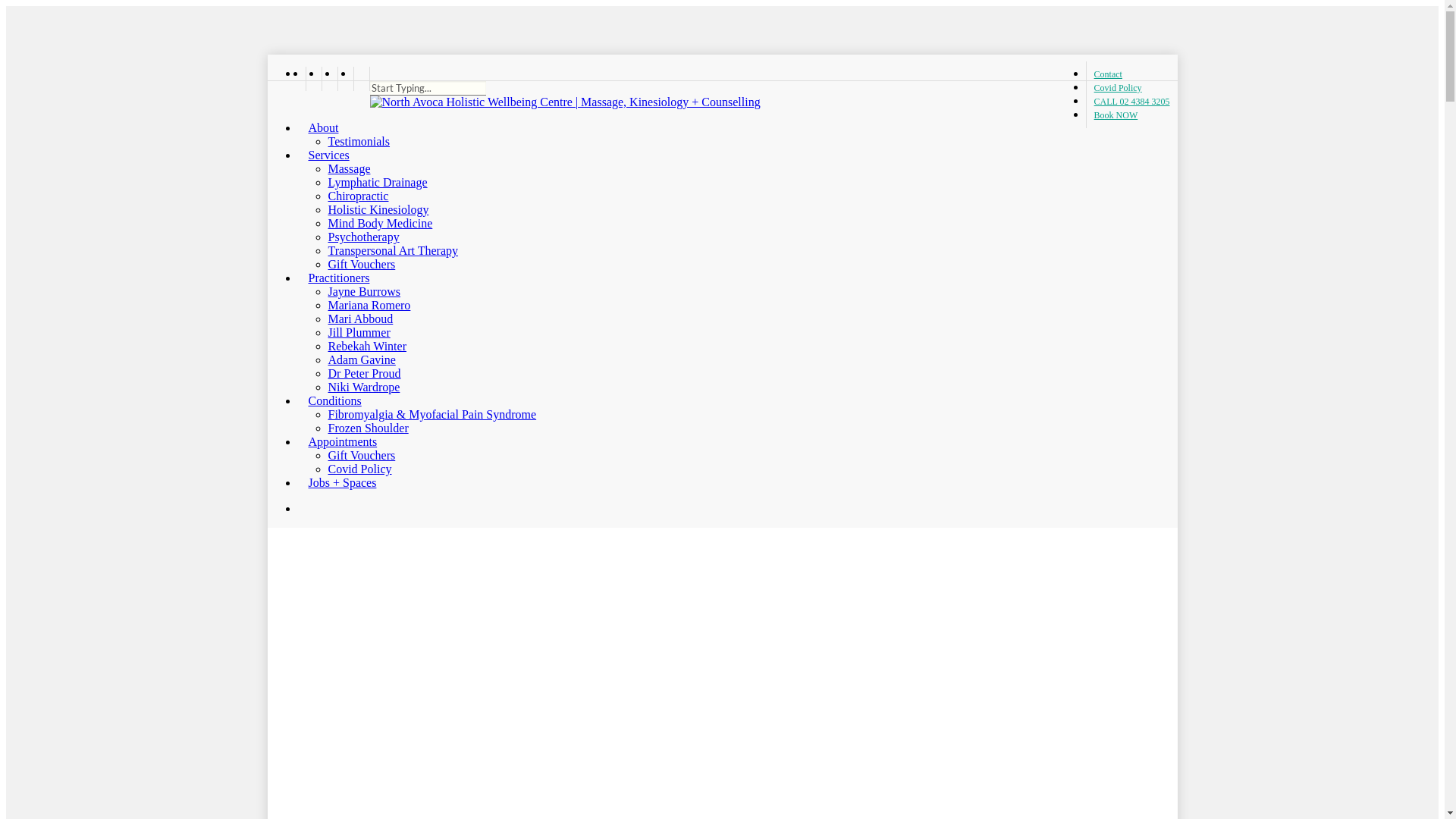  I want to click on 'About', so click(297, 127).